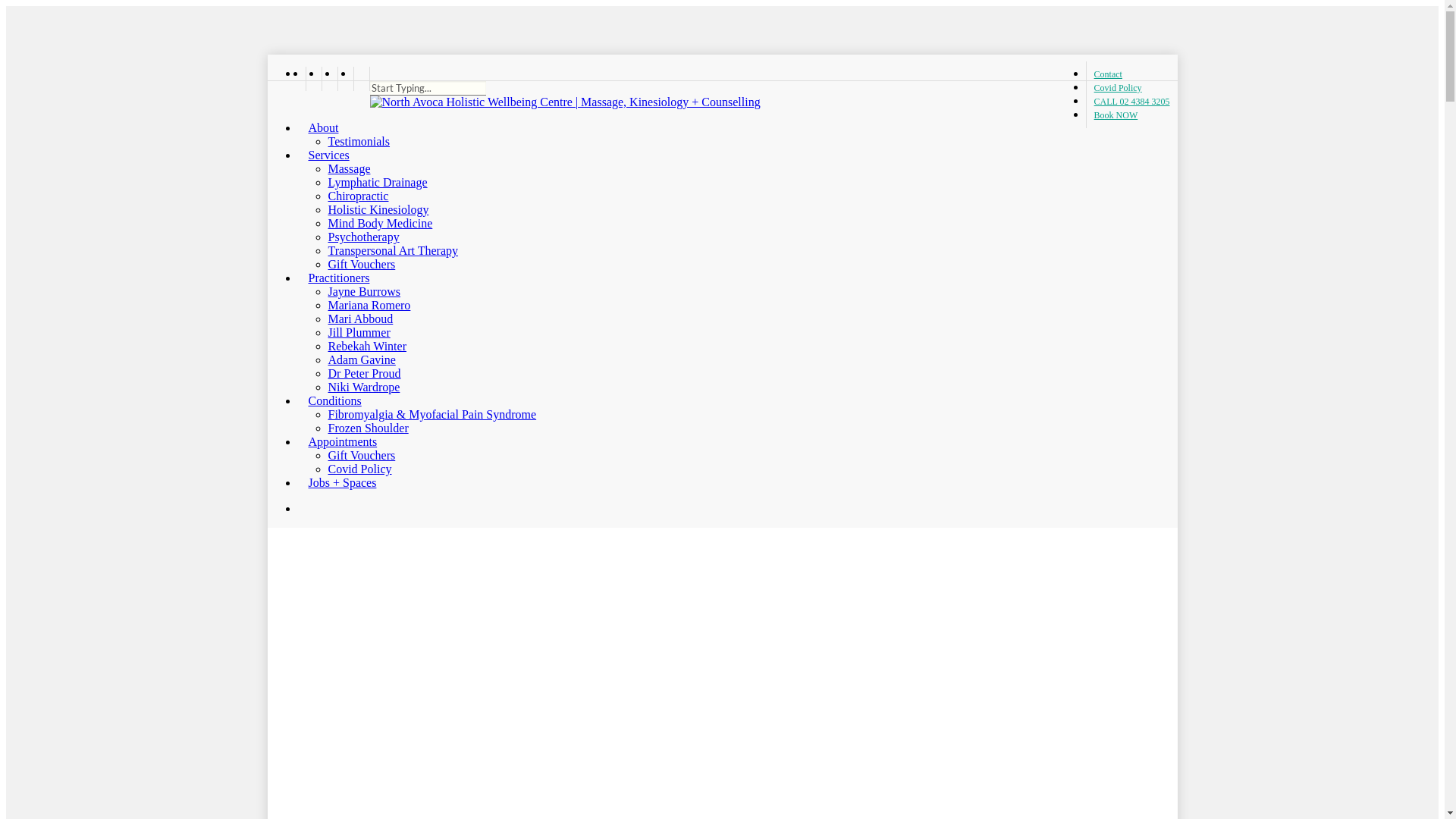  I want to click on 'About', so click(297, 127).